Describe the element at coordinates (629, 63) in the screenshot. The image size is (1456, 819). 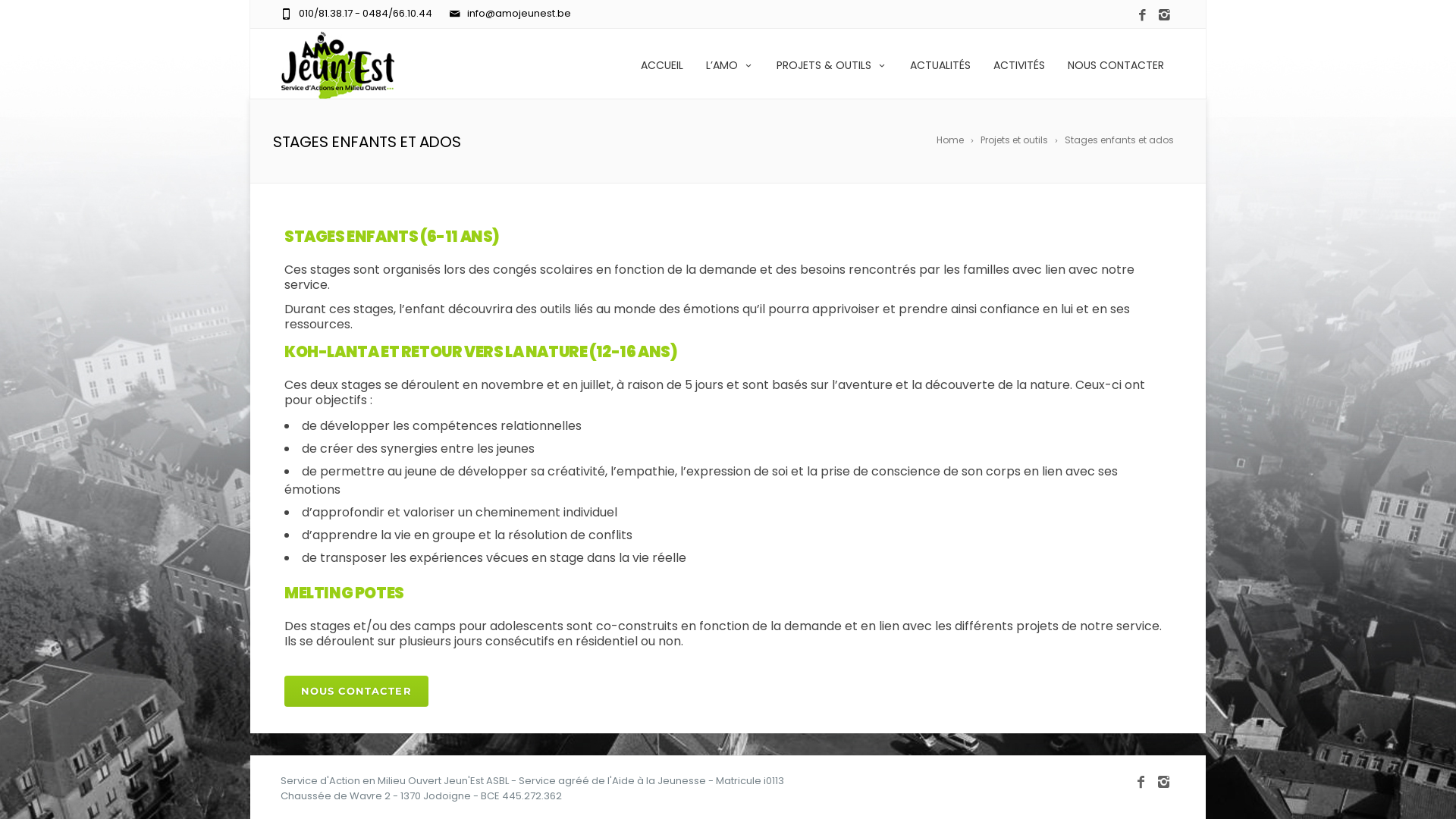
I see `'ACCUEIL'` at that location.